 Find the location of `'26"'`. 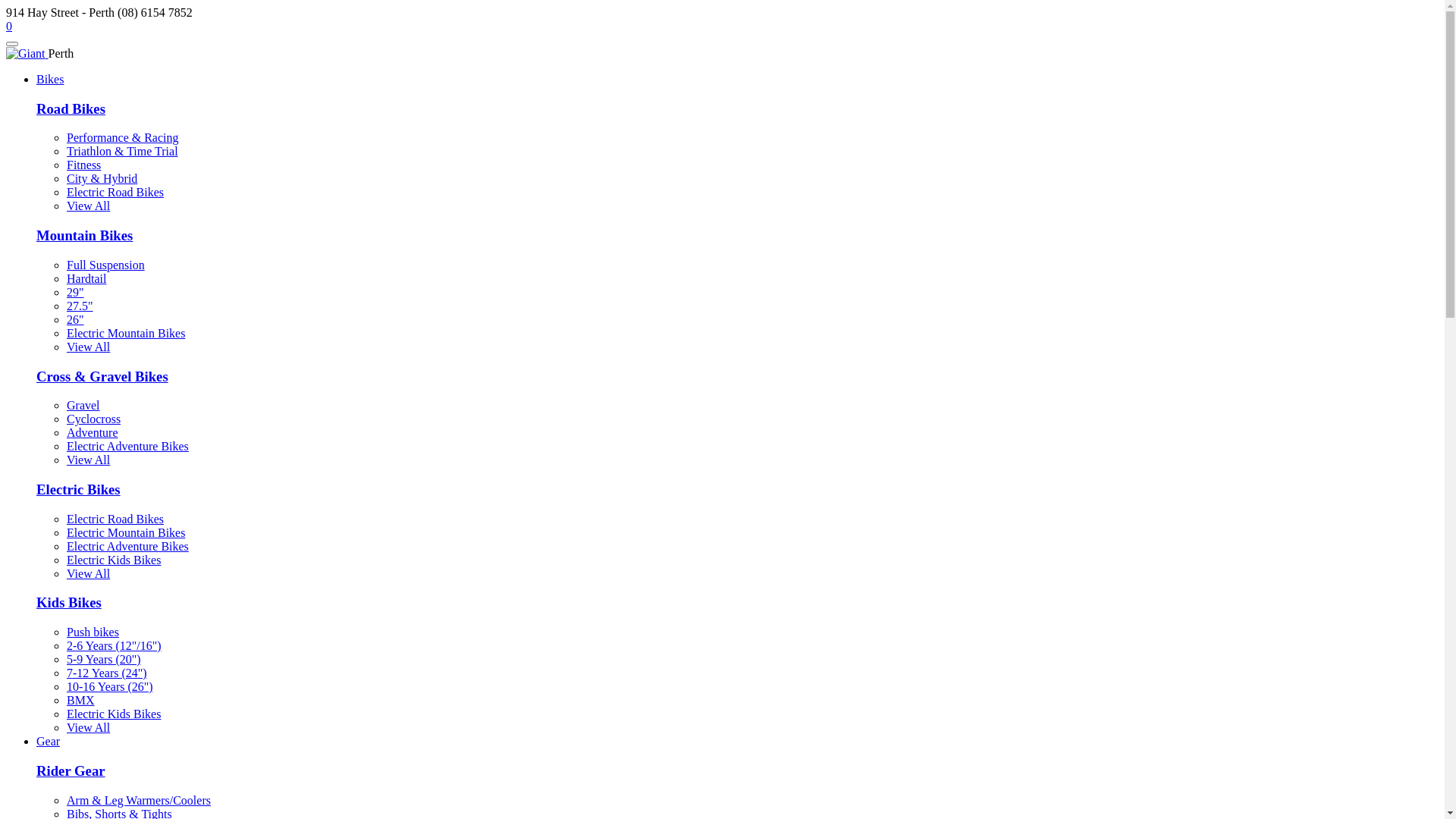

'26"' is located at coordinates (74, 318).